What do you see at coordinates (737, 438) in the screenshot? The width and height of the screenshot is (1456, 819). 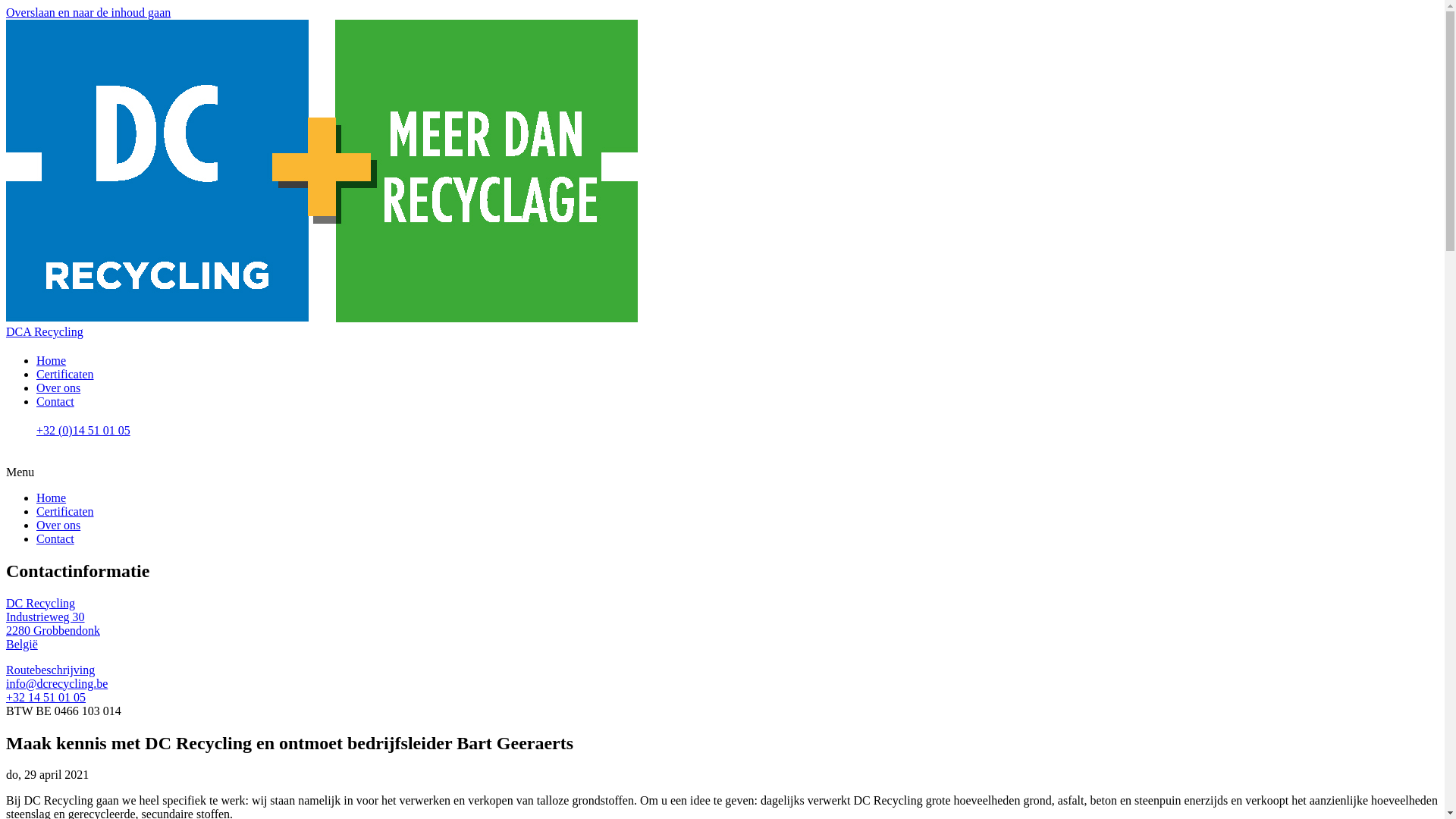 I see `'+32 (0)14 51 01 05'` at bounding box center [737, 438].